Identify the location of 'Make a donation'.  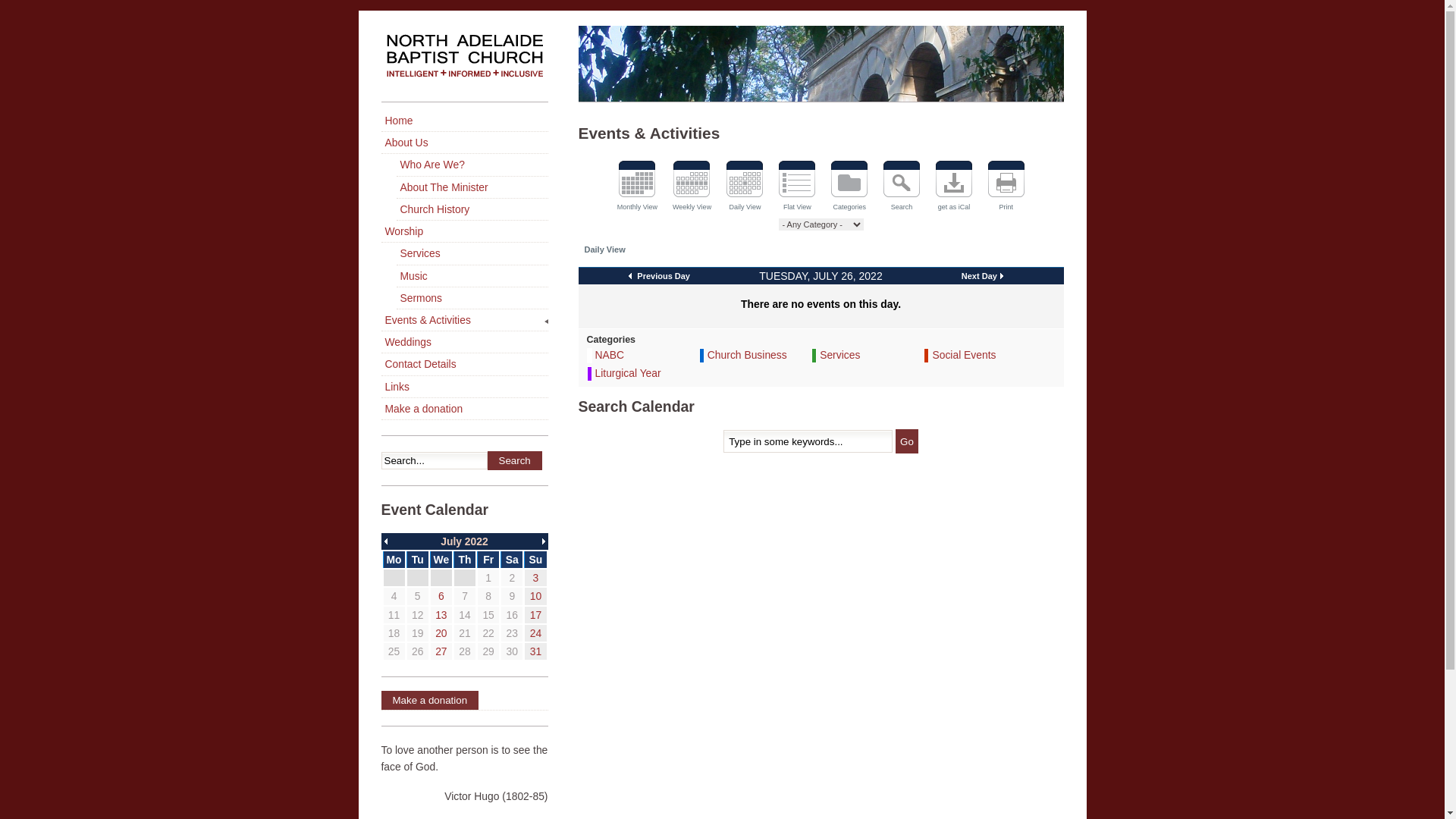
(381, 408).